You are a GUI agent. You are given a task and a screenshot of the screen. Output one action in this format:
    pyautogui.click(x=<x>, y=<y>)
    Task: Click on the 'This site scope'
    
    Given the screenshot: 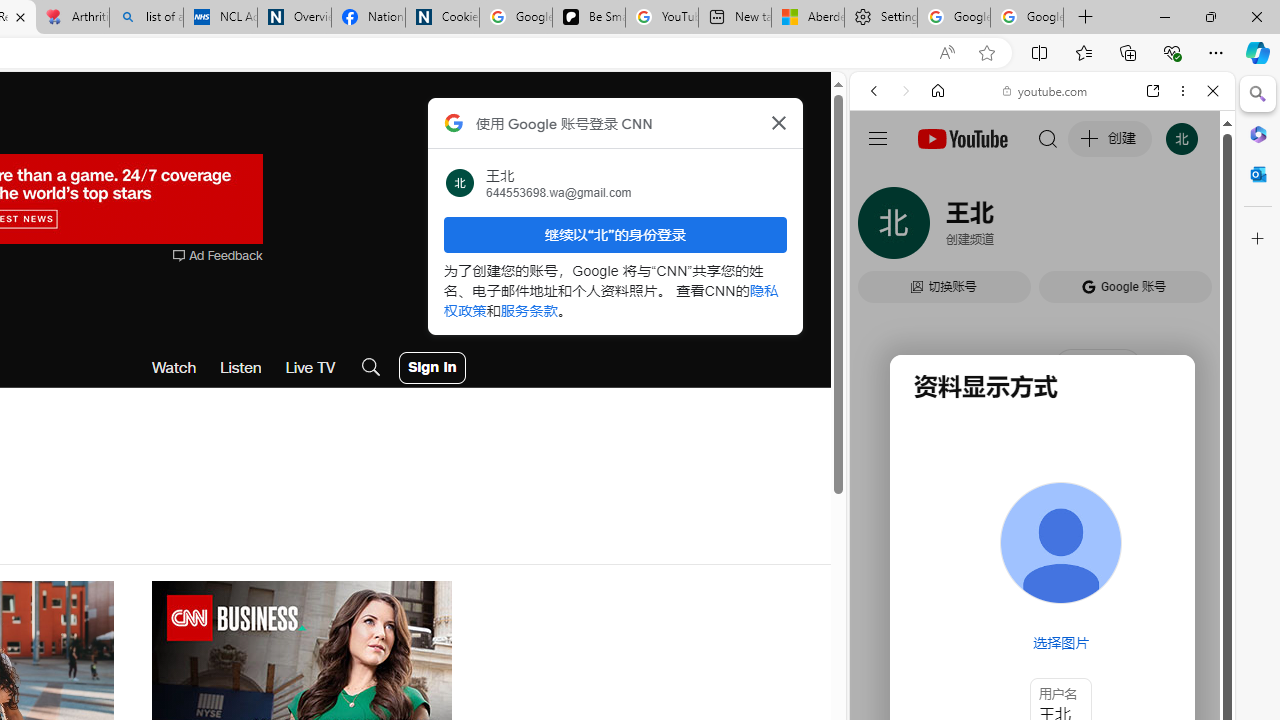 What is the action you would take?
    pyautogui.click(x=935, y=180)
    